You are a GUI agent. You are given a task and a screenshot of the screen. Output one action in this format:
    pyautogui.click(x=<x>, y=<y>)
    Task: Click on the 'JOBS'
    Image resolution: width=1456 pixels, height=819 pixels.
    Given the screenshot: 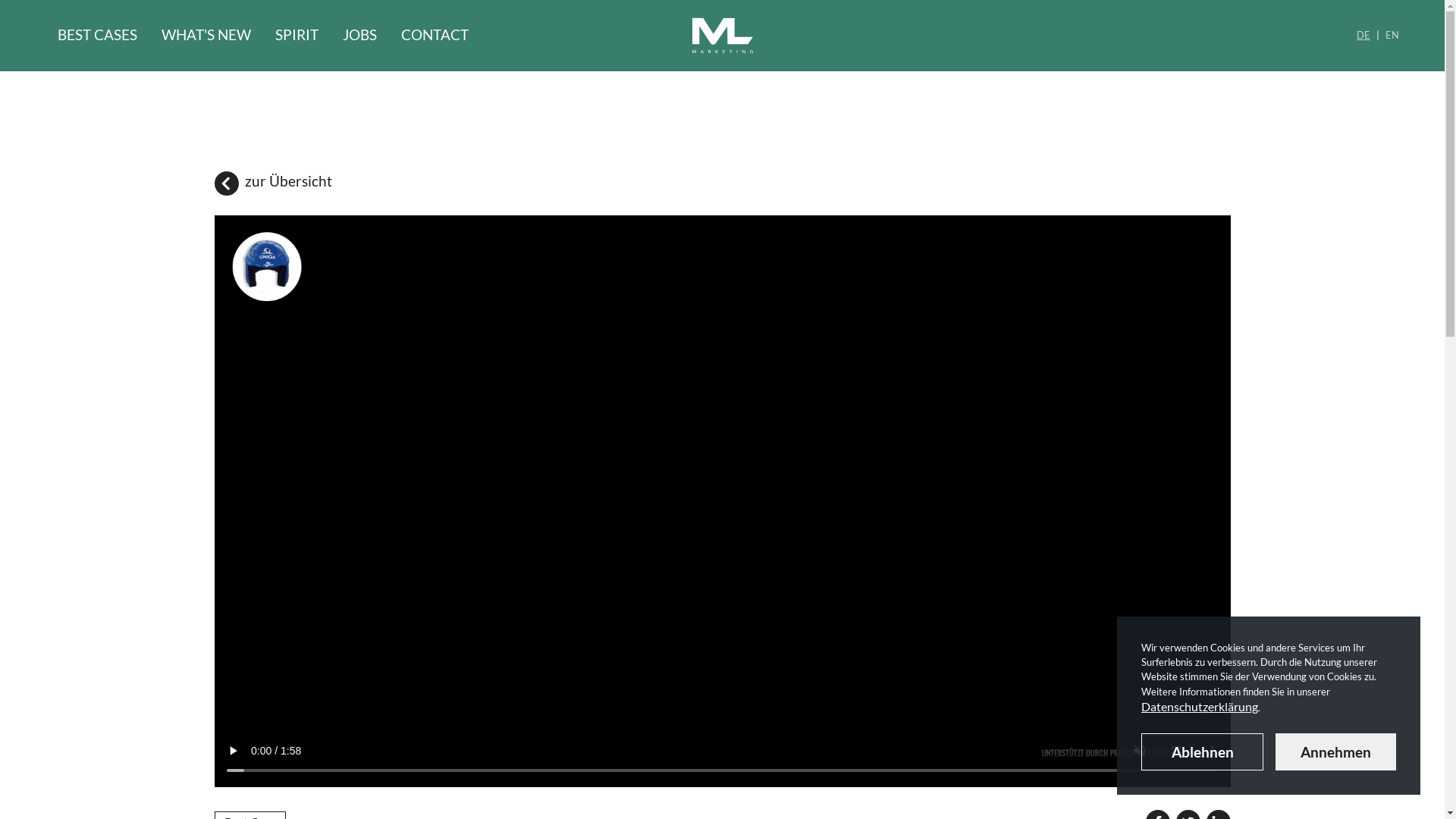 What is the action you would take?
    pyautogui.click(x=359, y=35)
    